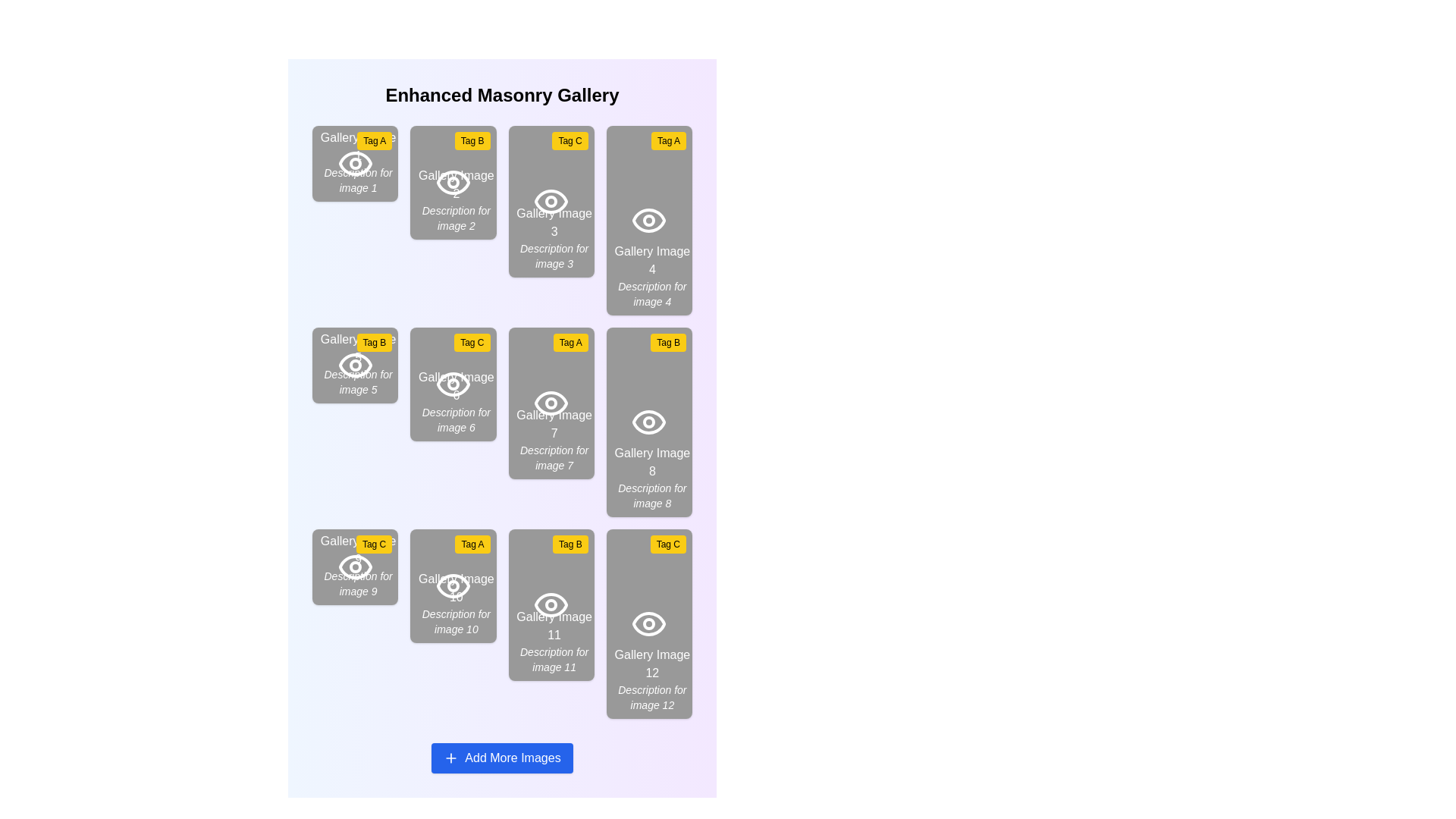 The height and width of the screenshot is (819, 1456). I want to click on the badge located in the top-right corner of the card titled 'Gallery Image 11', so click(570, 543).